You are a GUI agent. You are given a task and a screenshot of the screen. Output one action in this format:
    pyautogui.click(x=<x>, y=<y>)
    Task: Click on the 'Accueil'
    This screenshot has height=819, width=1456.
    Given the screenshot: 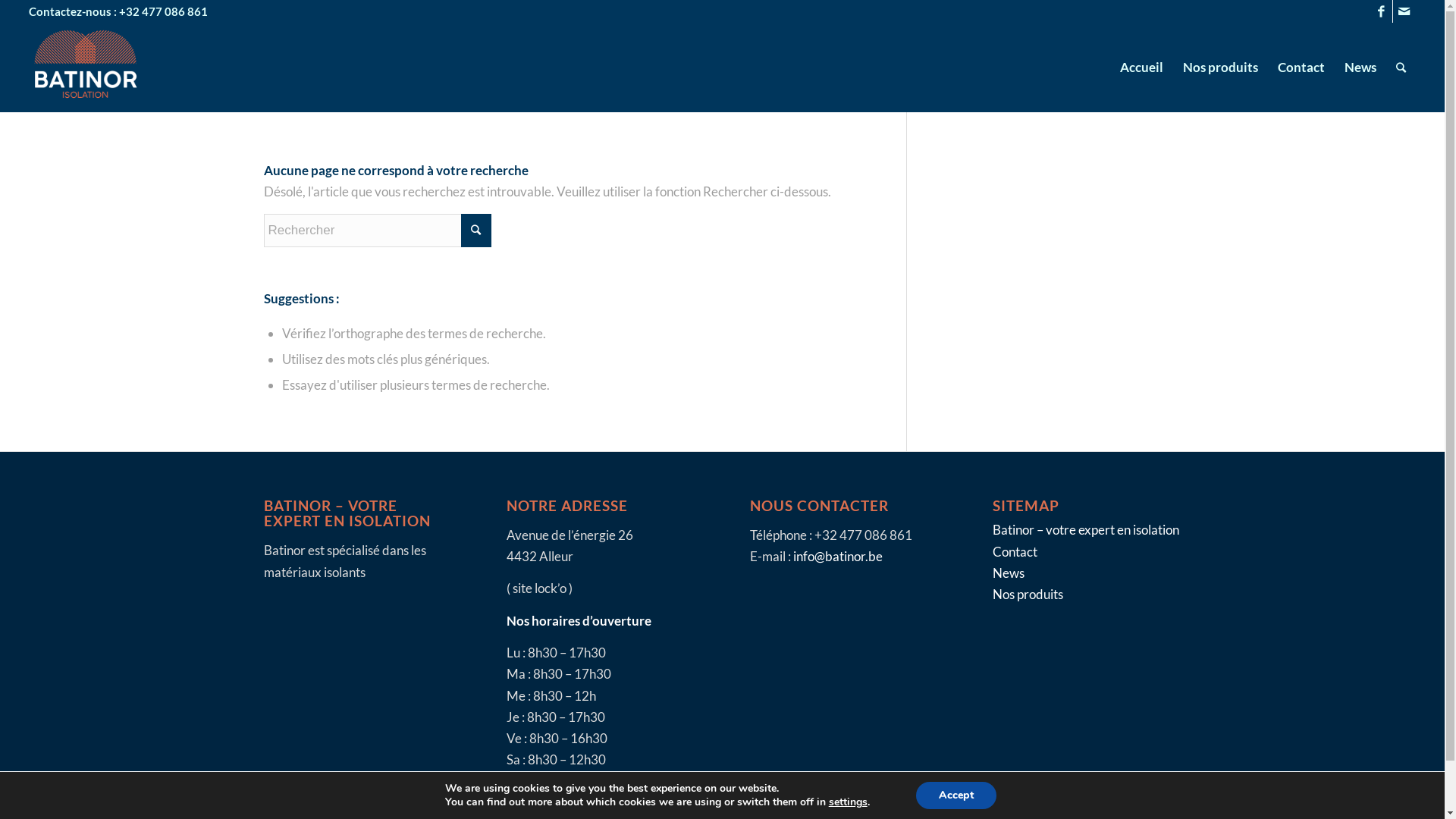 What is the action you would take?
    pyautogui.click(x=1141, y=66)
    